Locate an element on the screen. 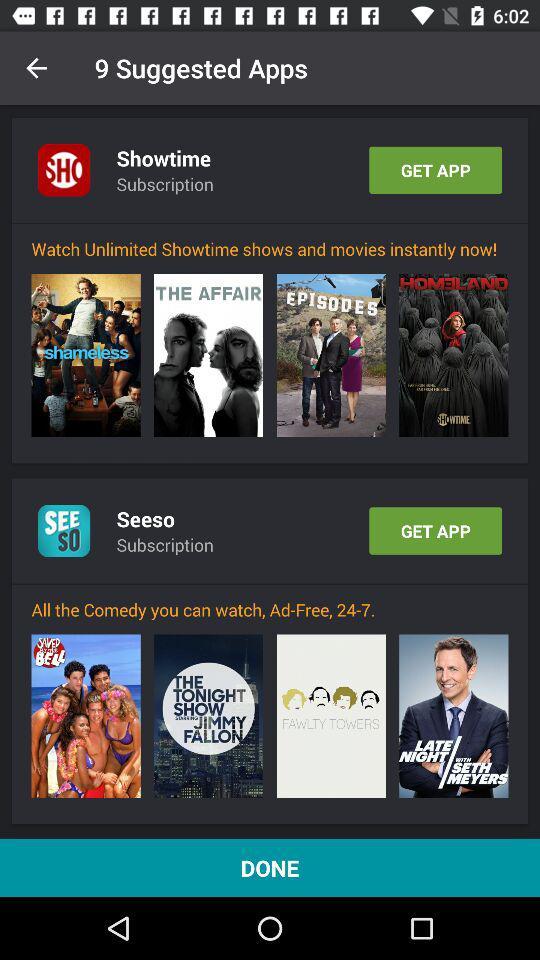 Image resolution: width=540 pixels, height=960 pixels. the watch unlimited showtime icon is located at coordinates (270, 248).